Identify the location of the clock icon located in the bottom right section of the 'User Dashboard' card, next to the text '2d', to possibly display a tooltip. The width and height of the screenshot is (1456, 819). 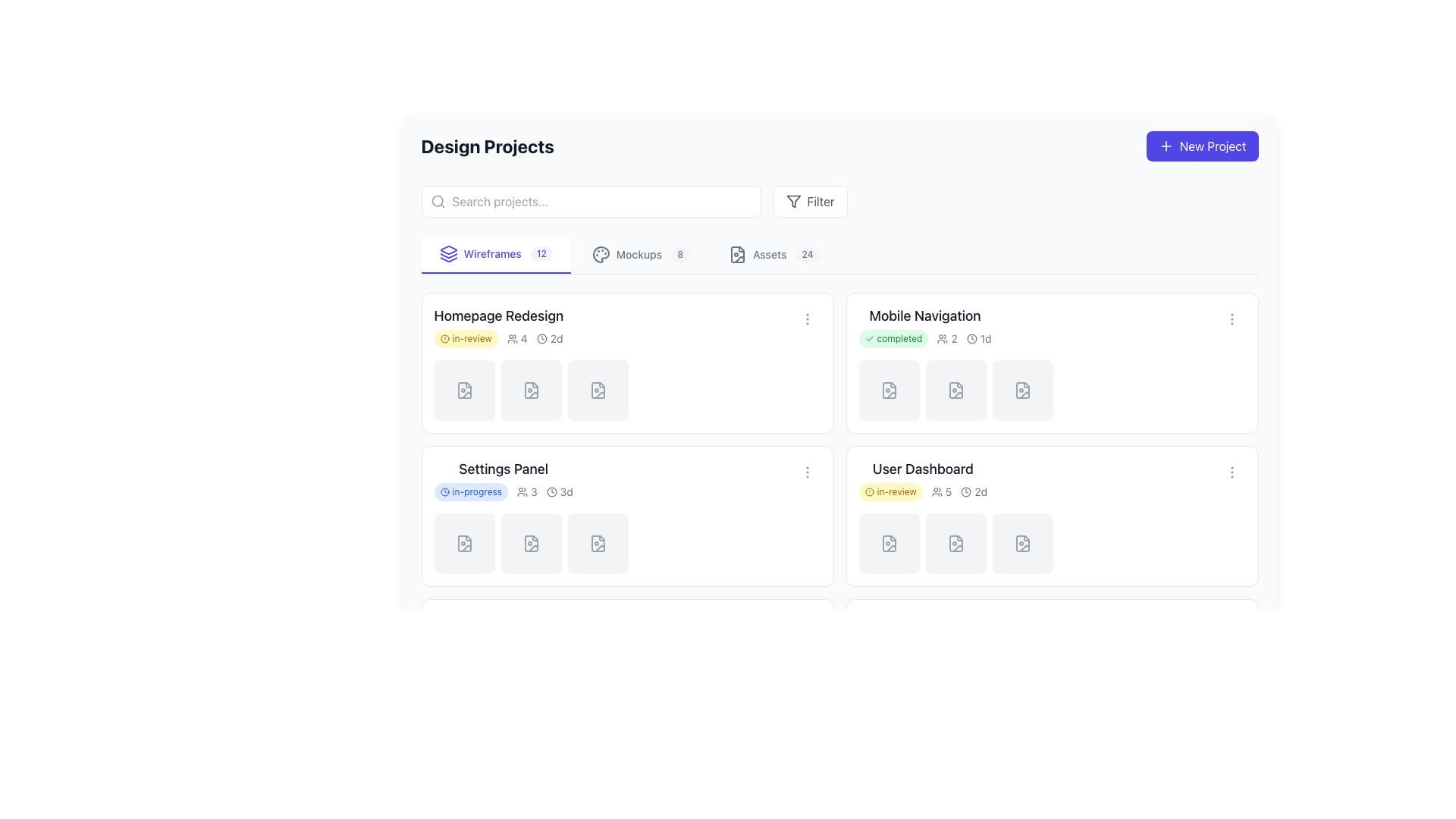
(965, 491).